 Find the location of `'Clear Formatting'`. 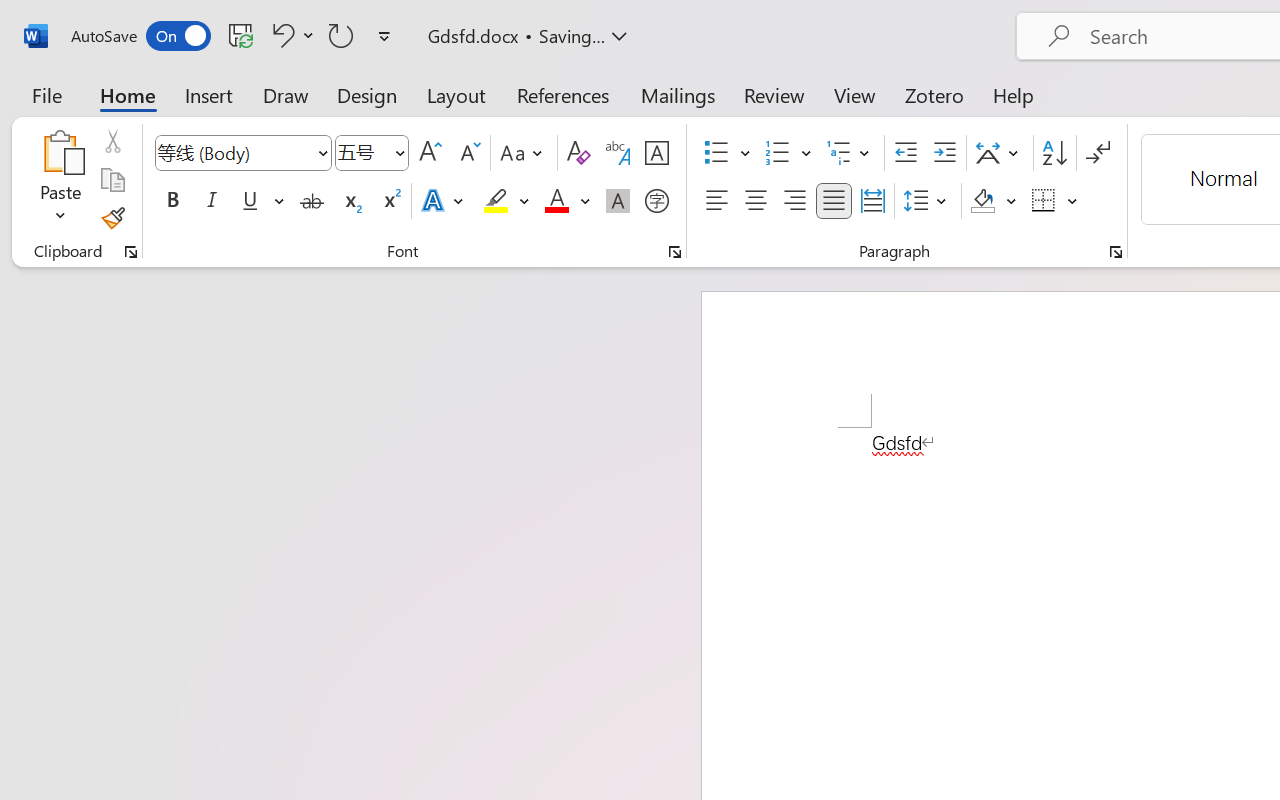

'Clear Formatting' is located at coordinates (577, 153).